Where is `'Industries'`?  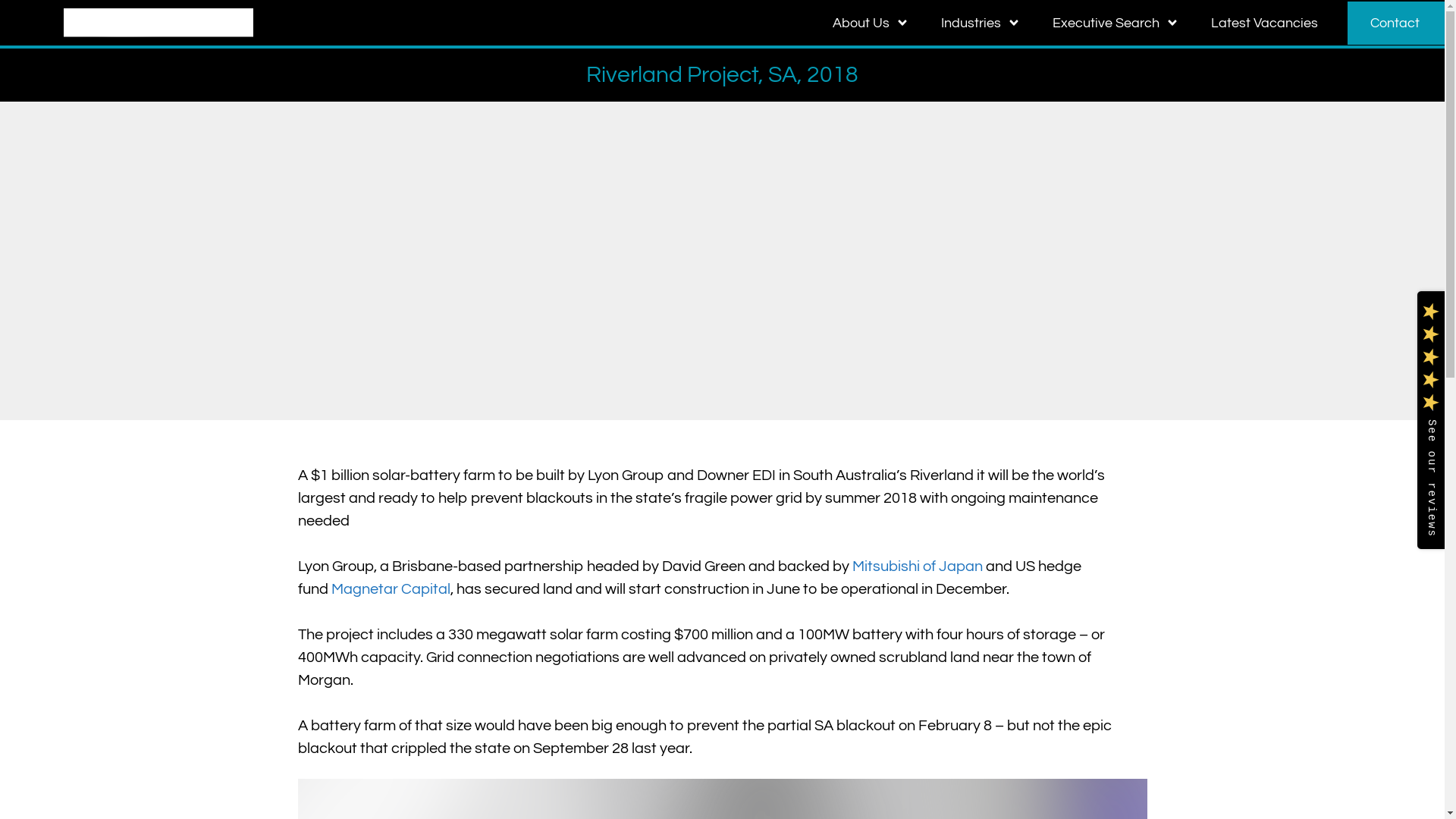
'Industries' is located at coordinates (971, 22).